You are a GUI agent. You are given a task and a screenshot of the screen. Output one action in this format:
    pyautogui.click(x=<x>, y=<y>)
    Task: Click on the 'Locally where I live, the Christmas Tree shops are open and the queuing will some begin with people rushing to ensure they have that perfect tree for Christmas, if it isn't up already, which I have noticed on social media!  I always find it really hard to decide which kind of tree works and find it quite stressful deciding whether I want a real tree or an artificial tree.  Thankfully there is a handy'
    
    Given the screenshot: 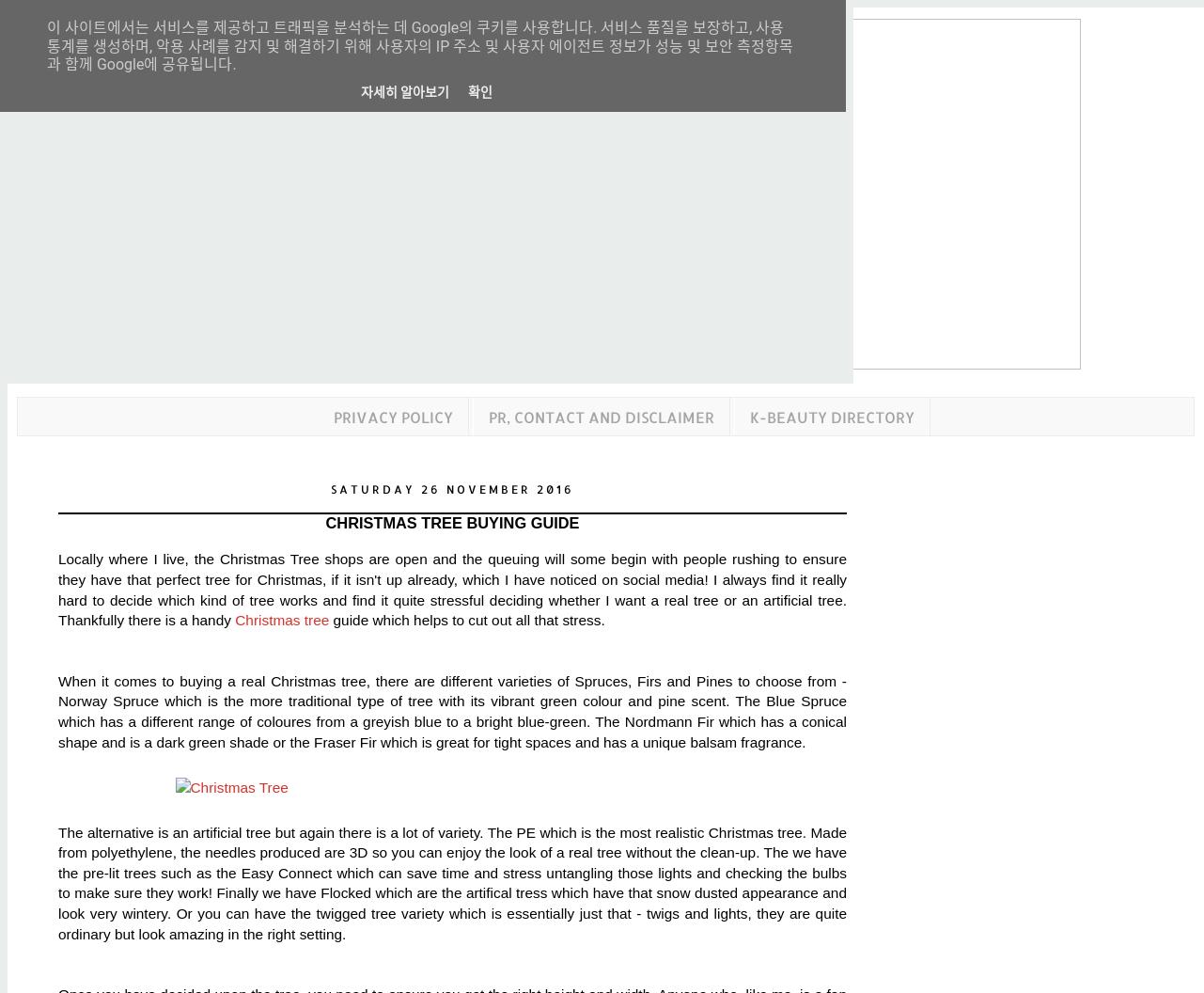 What is the action you would take?
    pyautogui.click(x=58, y=589)
    